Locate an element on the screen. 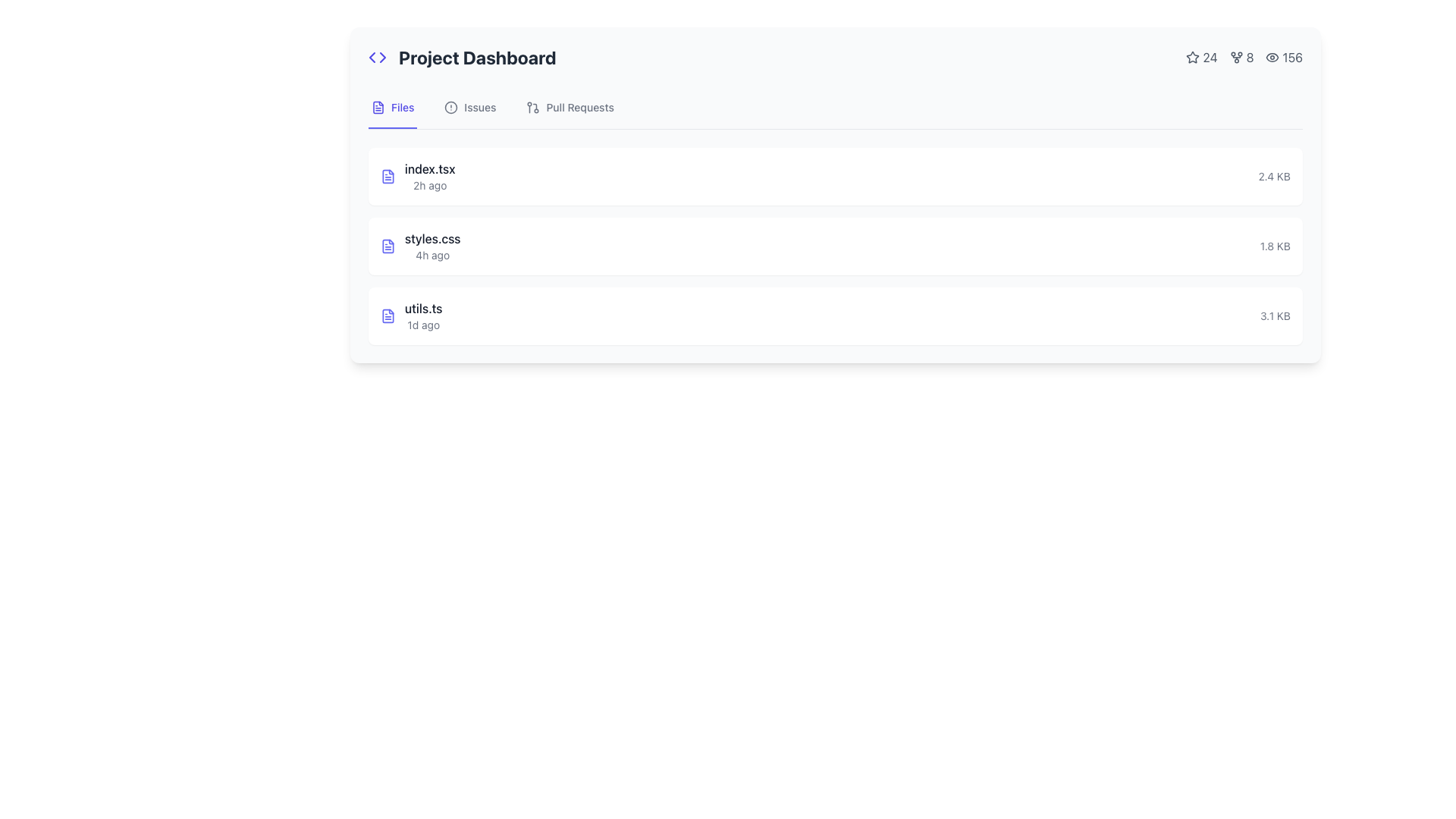  the left-pointing arrow SVG graphical element located at the top-left corner of the dashboard interface is located at coordinates (382, 57).